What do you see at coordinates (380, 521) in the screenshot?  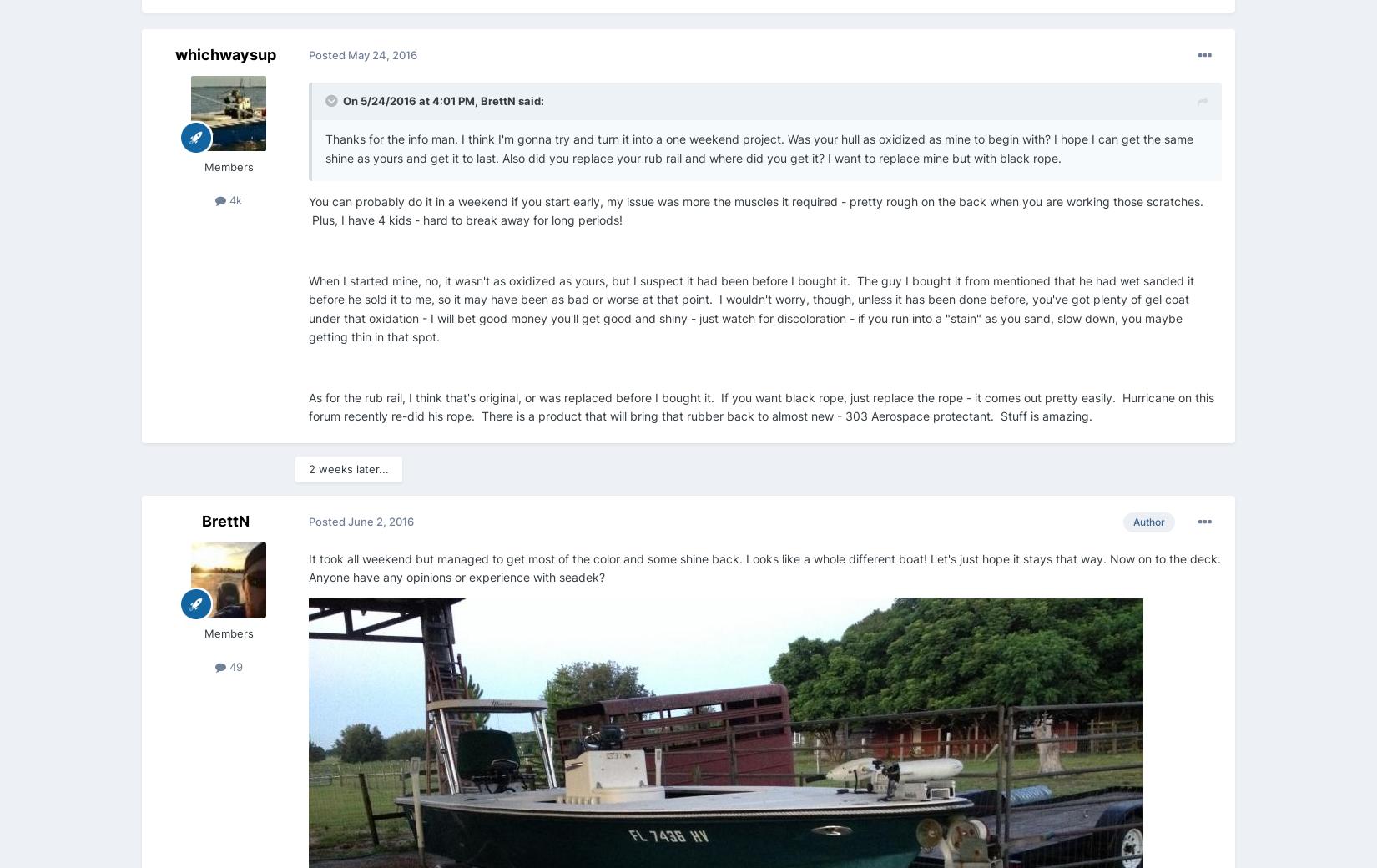 I see `'June 2, 2016'` at bounding box center [380, 521].